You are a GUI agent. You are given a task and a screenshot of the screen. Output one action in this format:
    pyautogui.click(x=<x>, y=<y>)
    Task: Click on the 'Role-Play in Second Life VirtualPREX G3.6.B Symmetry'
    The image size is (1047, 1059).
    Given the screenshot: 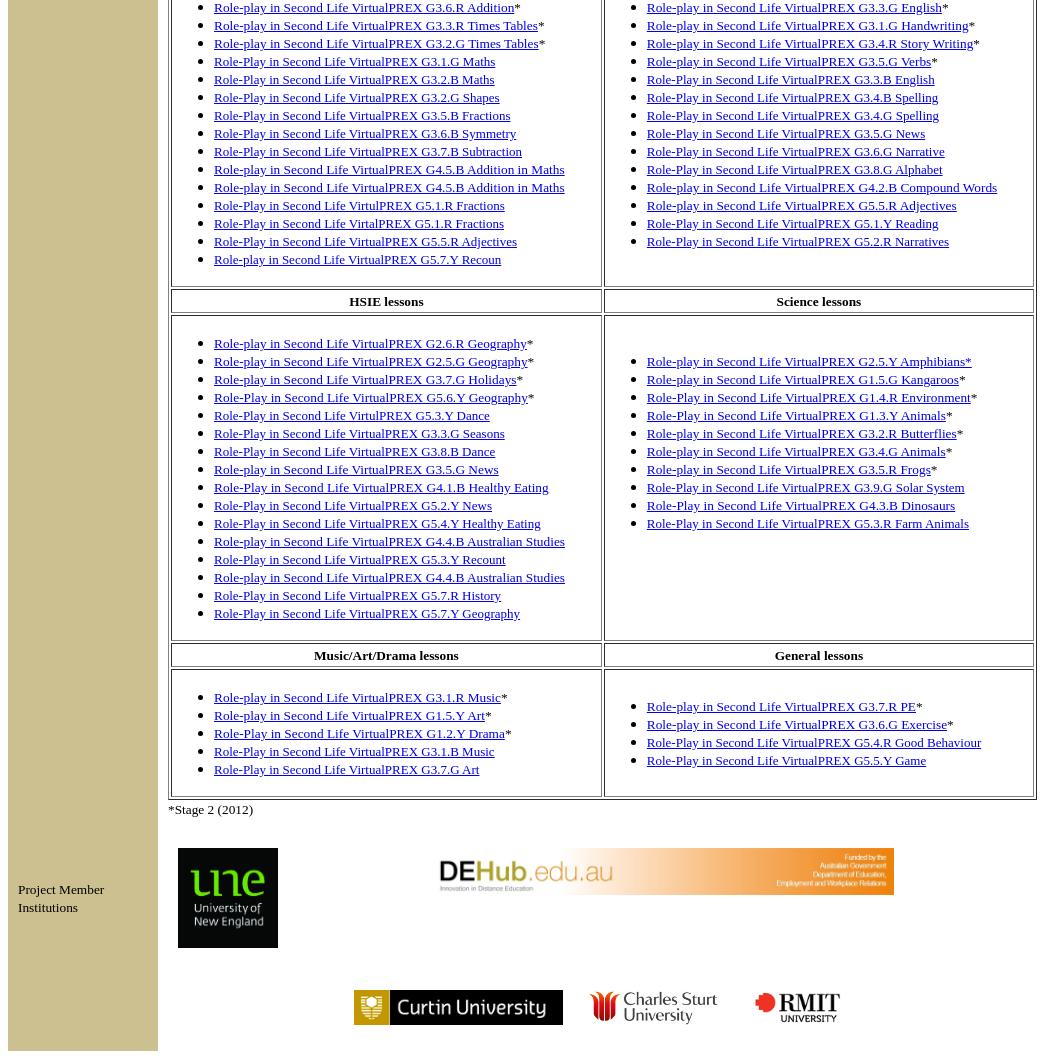 What is the action you would take?
    pyautogui.click(x=364, y=132)
    